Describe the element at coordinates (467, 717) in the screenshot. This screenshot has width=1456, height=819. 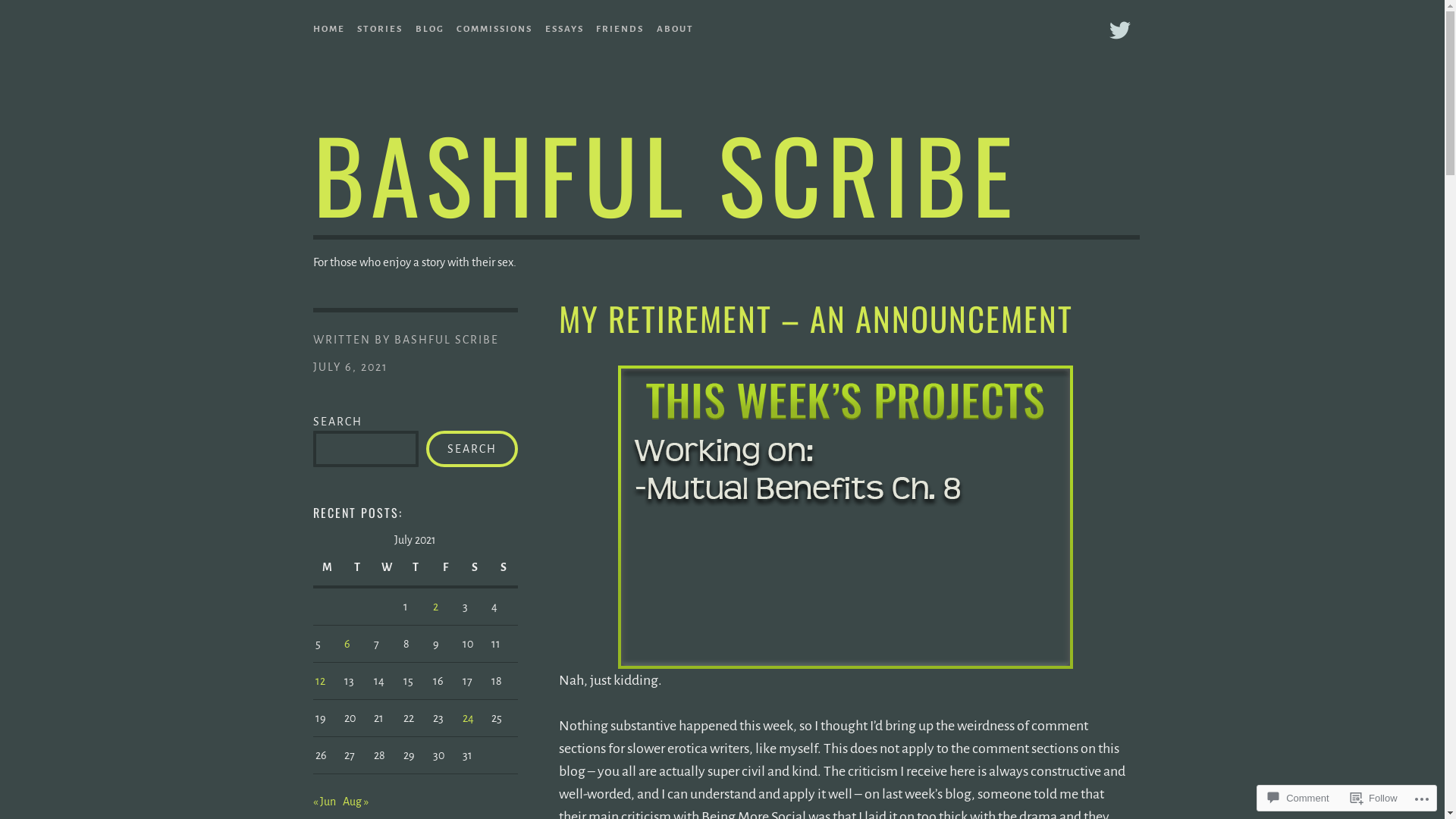
I see `'24'` at that location.